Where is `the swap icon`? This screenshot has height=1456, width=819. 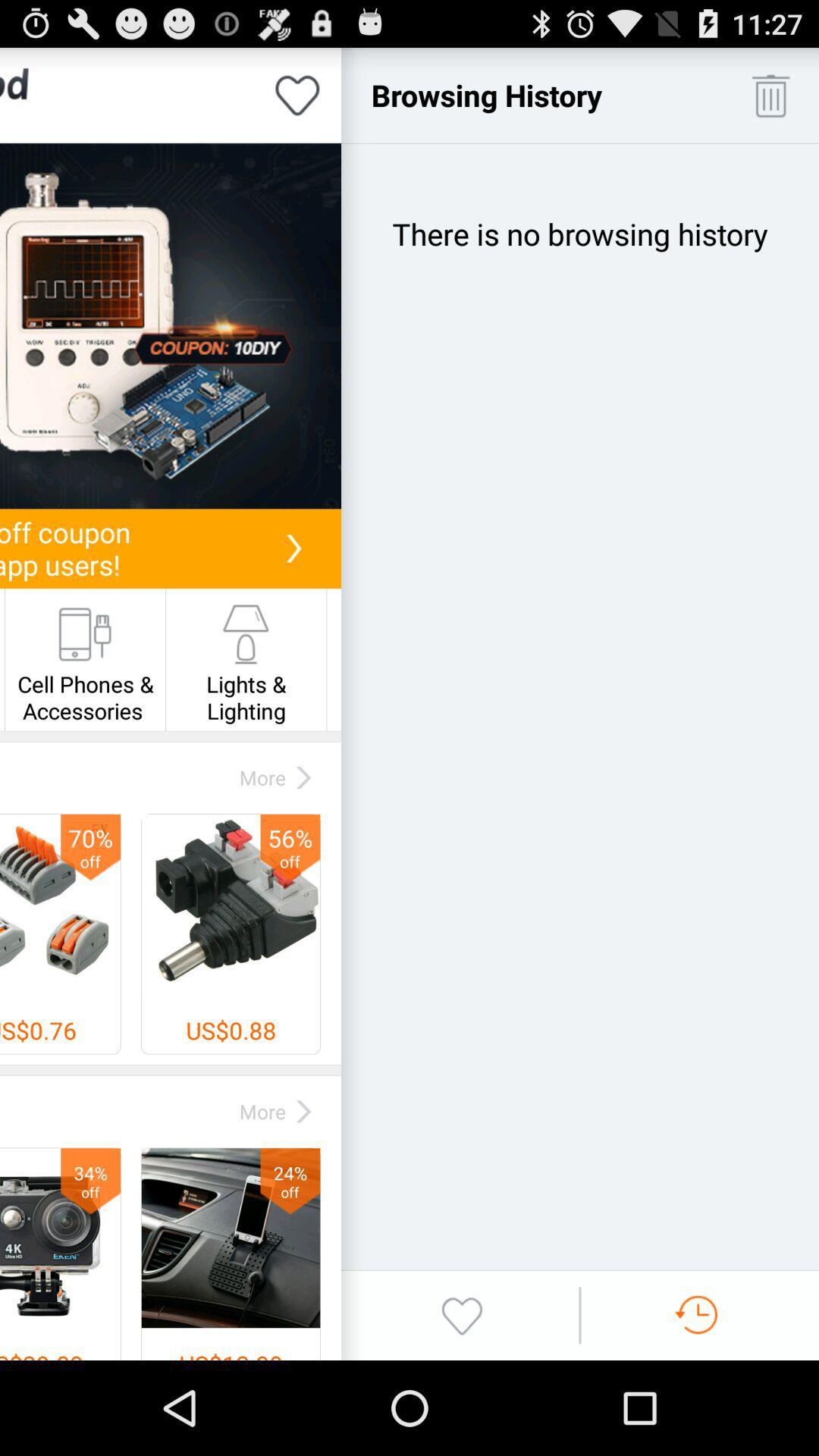
the swap icon is located at coordinates (698, 1407).